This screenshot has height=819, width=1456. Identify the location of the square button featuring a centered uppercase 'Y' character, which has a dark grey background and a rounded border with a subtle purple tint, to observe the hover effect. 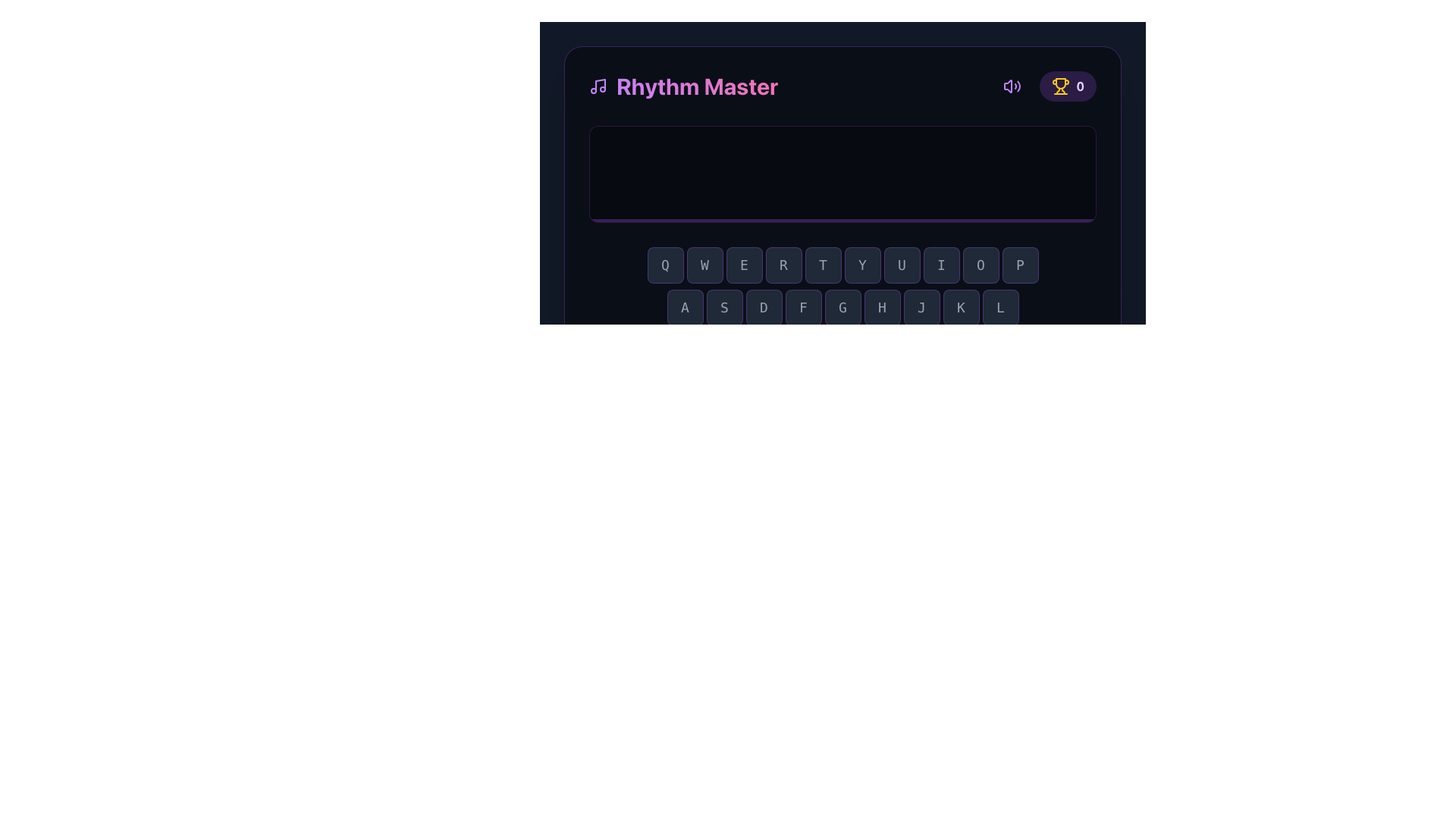
(862, 265).